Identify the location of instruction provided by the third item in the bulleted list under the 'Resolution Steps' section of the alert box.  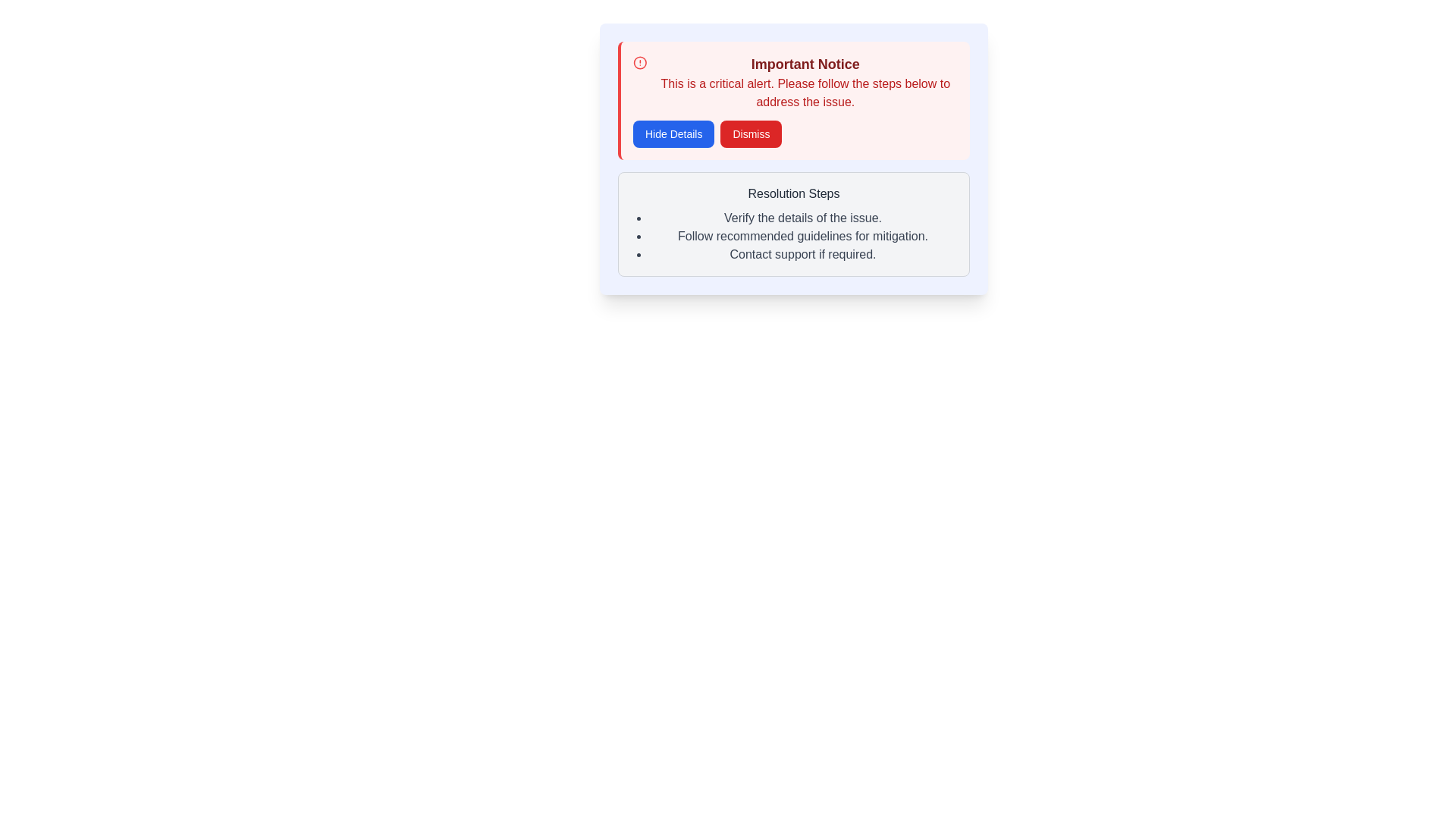
(802, 253).